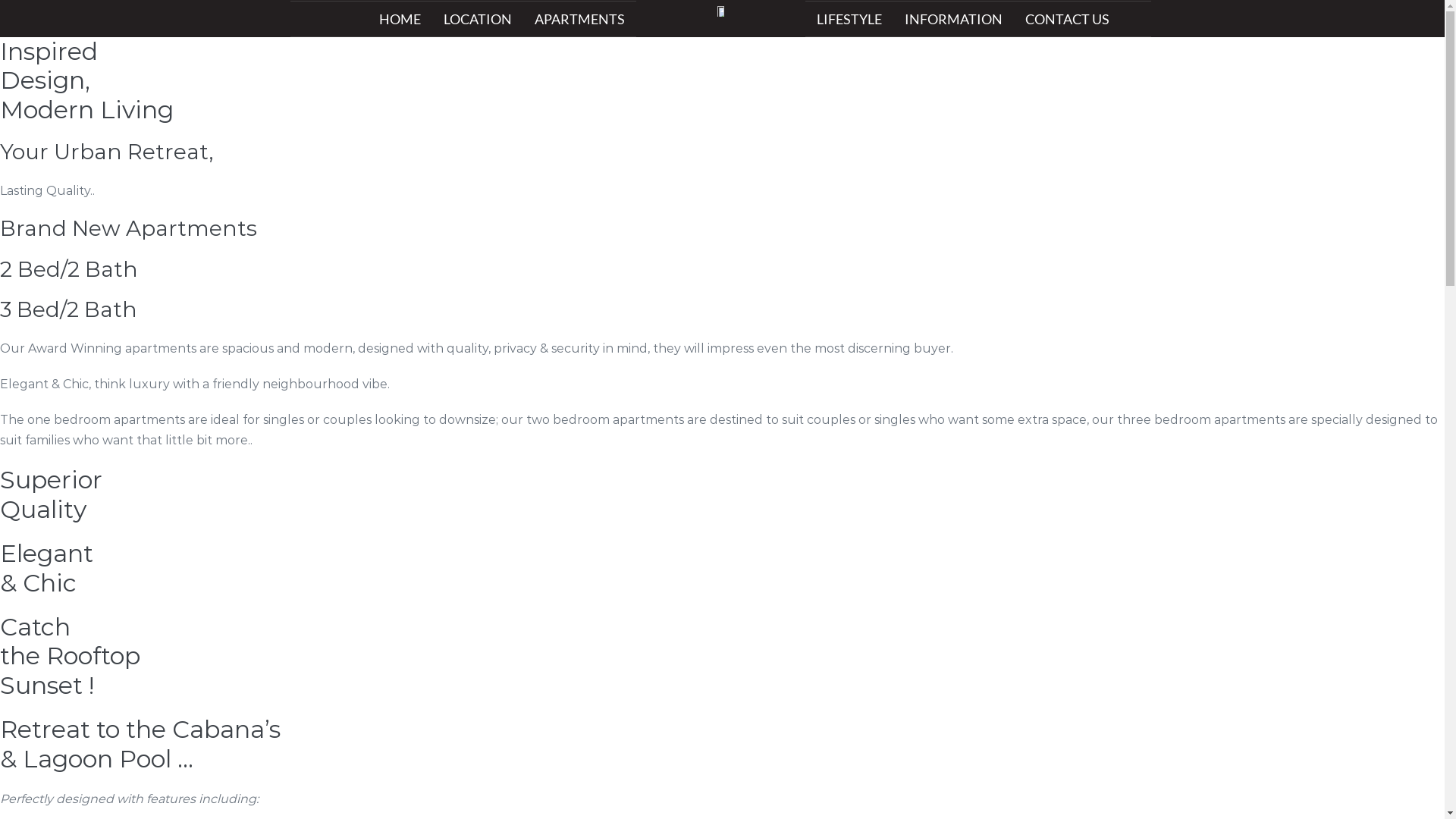 This screenshot has width=1456, height=819. Describe the element at coordinates (399, 18) in the screenshot. I see `'HOME'` at that location.